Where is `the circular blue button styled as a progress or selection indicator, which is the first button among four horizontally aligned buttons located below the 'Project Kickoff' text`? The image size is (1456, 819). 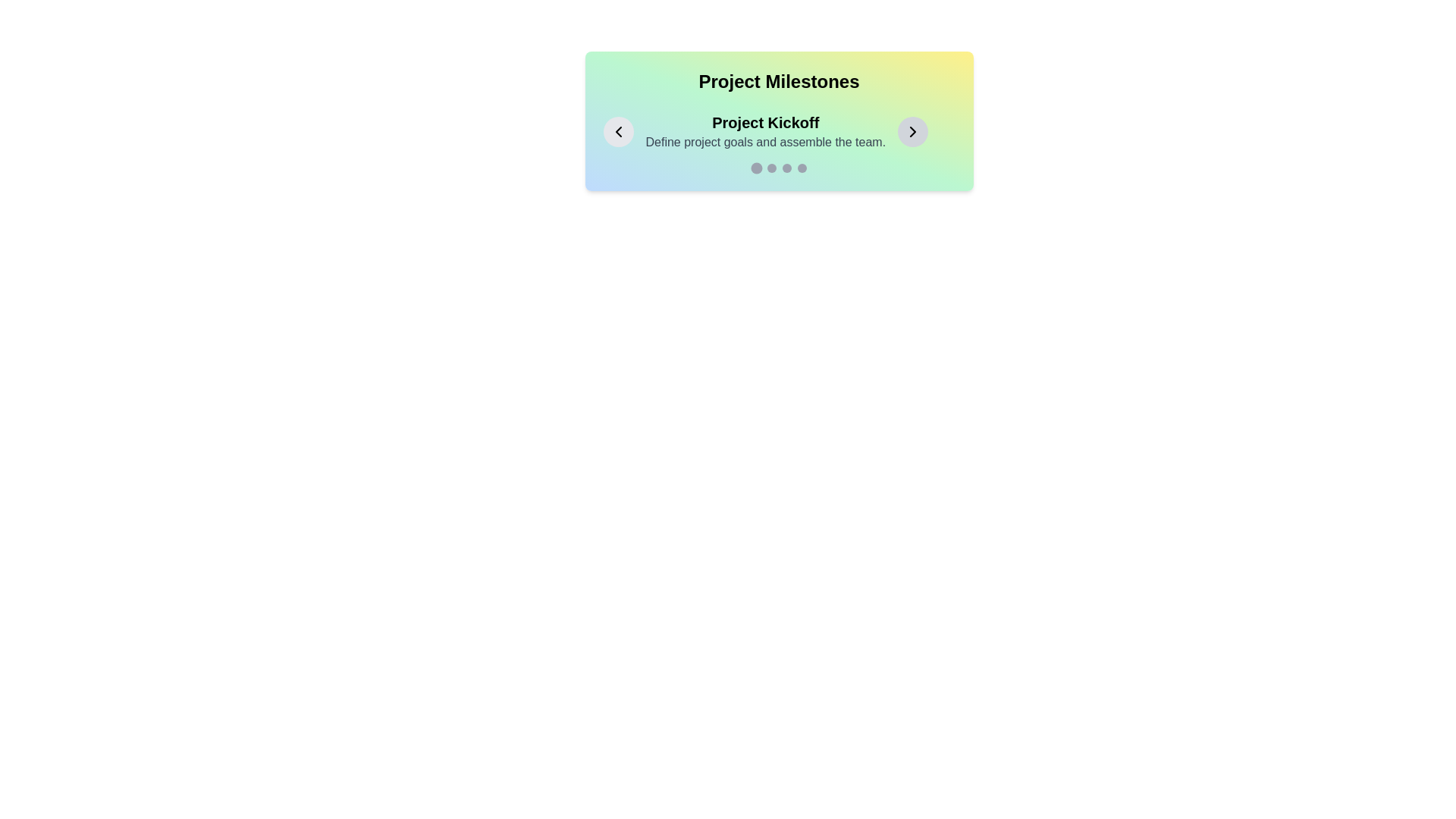 the circular blue button styled as a progress or selection indicator, which is the first button among four horizontally aligned buttons located below the 'Project Kickoff' text is located at coordinates (756, 168).